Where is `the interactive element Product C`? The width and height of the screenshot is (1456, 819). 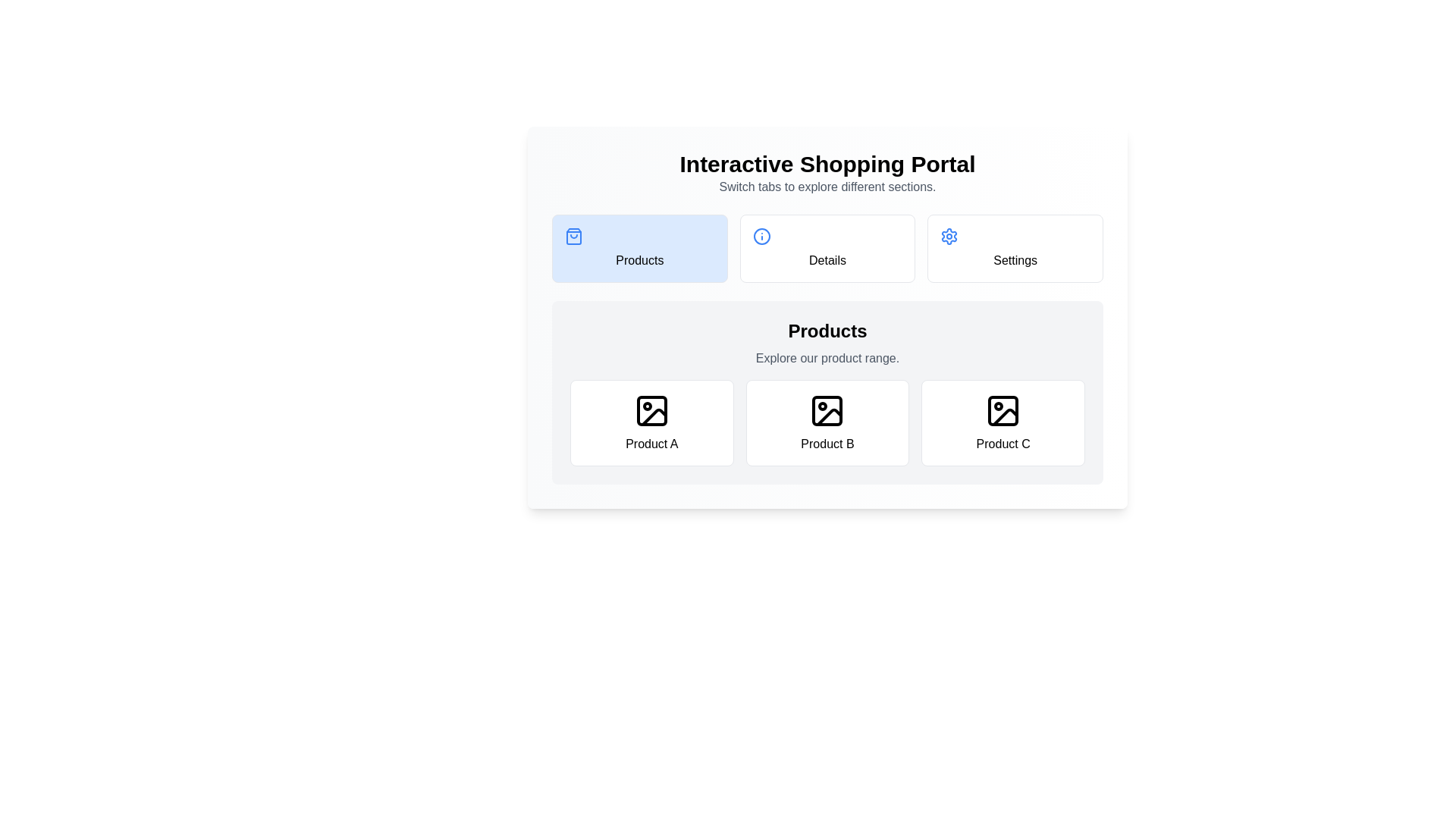
the interactive element Product C is located at coordinates (1003, 423).